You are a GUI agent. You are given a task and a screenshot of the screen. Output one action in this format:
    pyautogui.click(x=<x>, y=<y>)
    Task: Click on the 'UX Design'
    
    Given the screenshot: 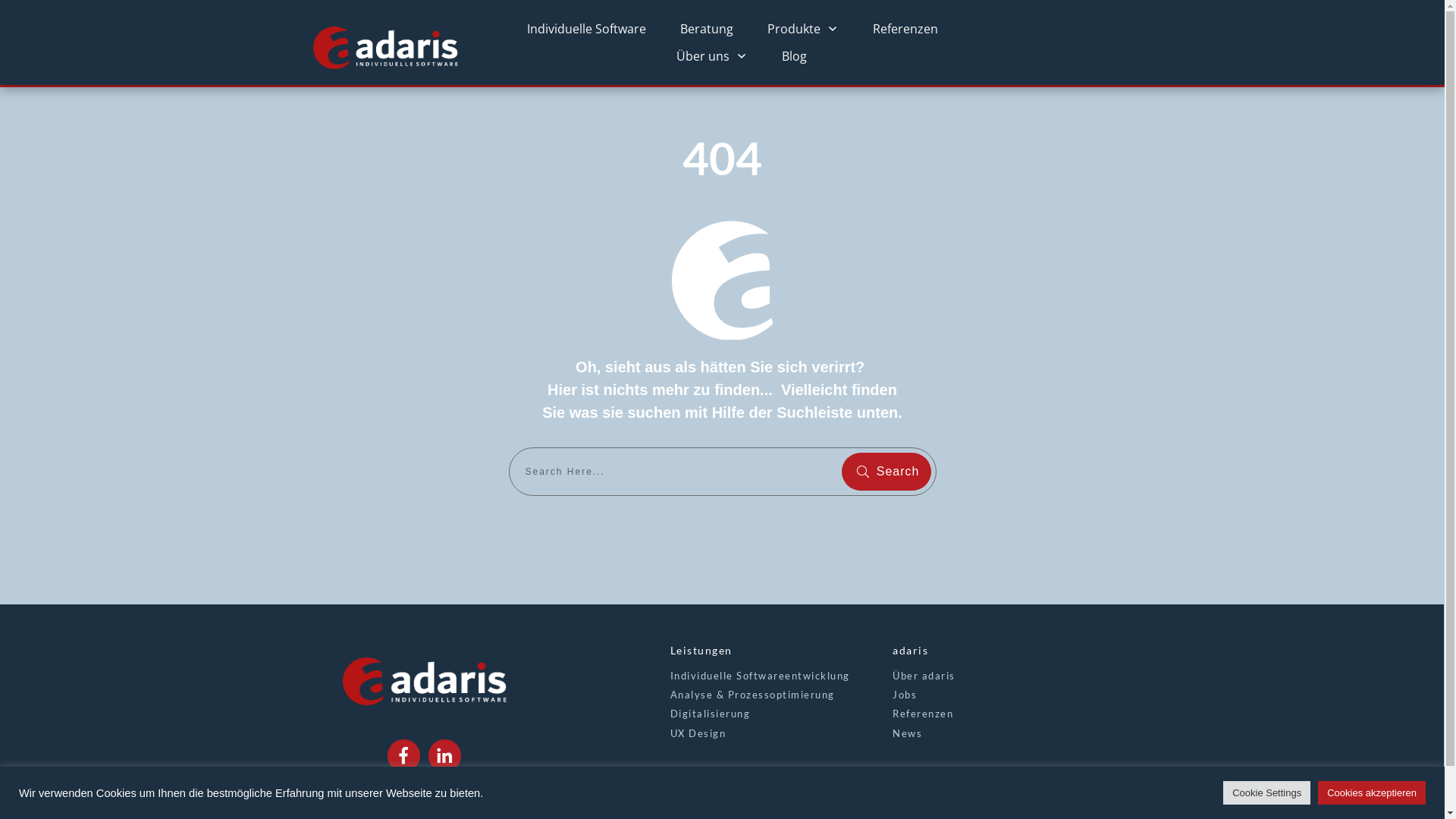 What is the action you would take?
    pyautogui.click(x=698, y=733)
    